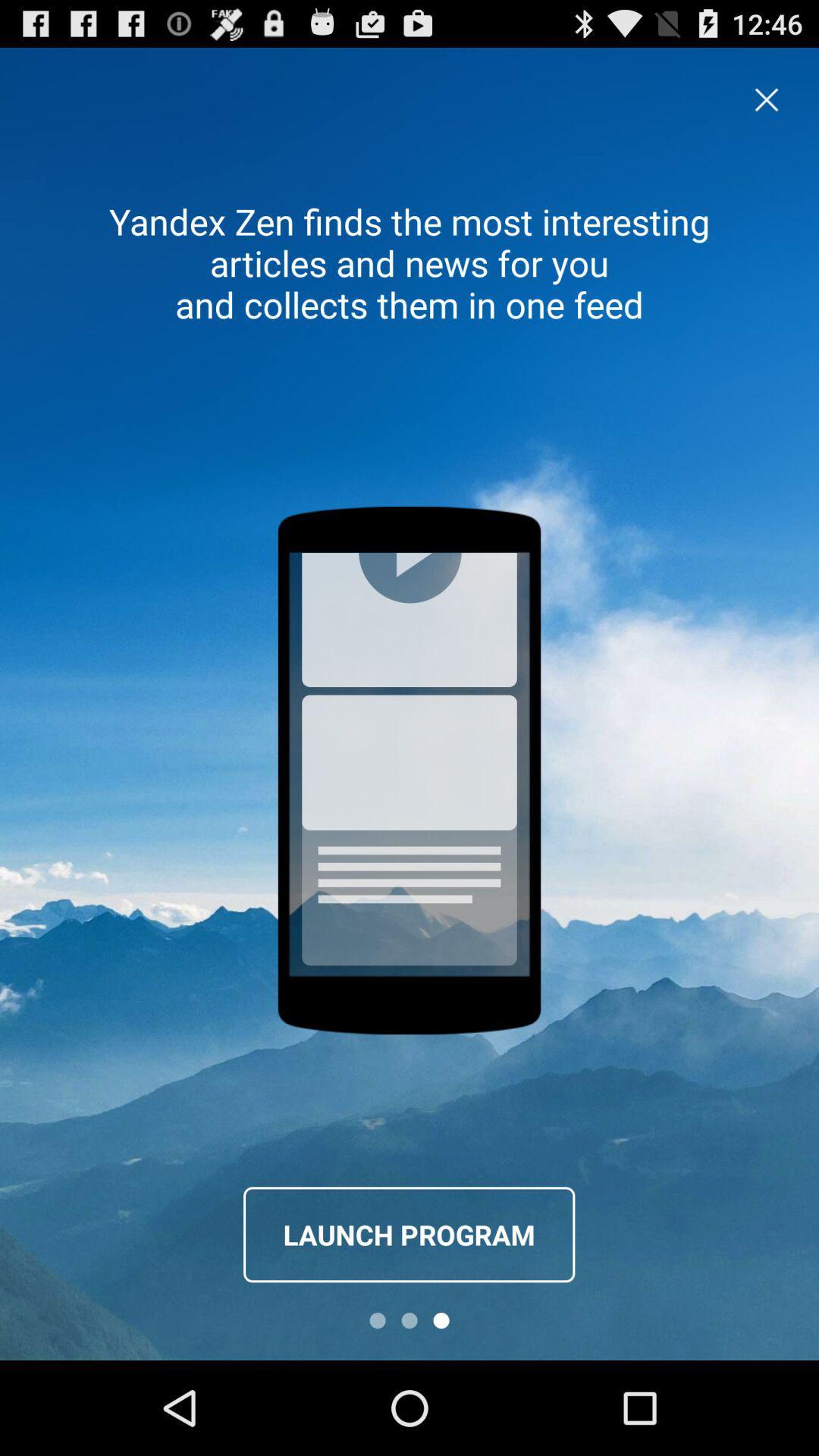 Image resolution: width=819 pixels, height=1456 pixels. I want to click on the close icon, so click(766, 105).